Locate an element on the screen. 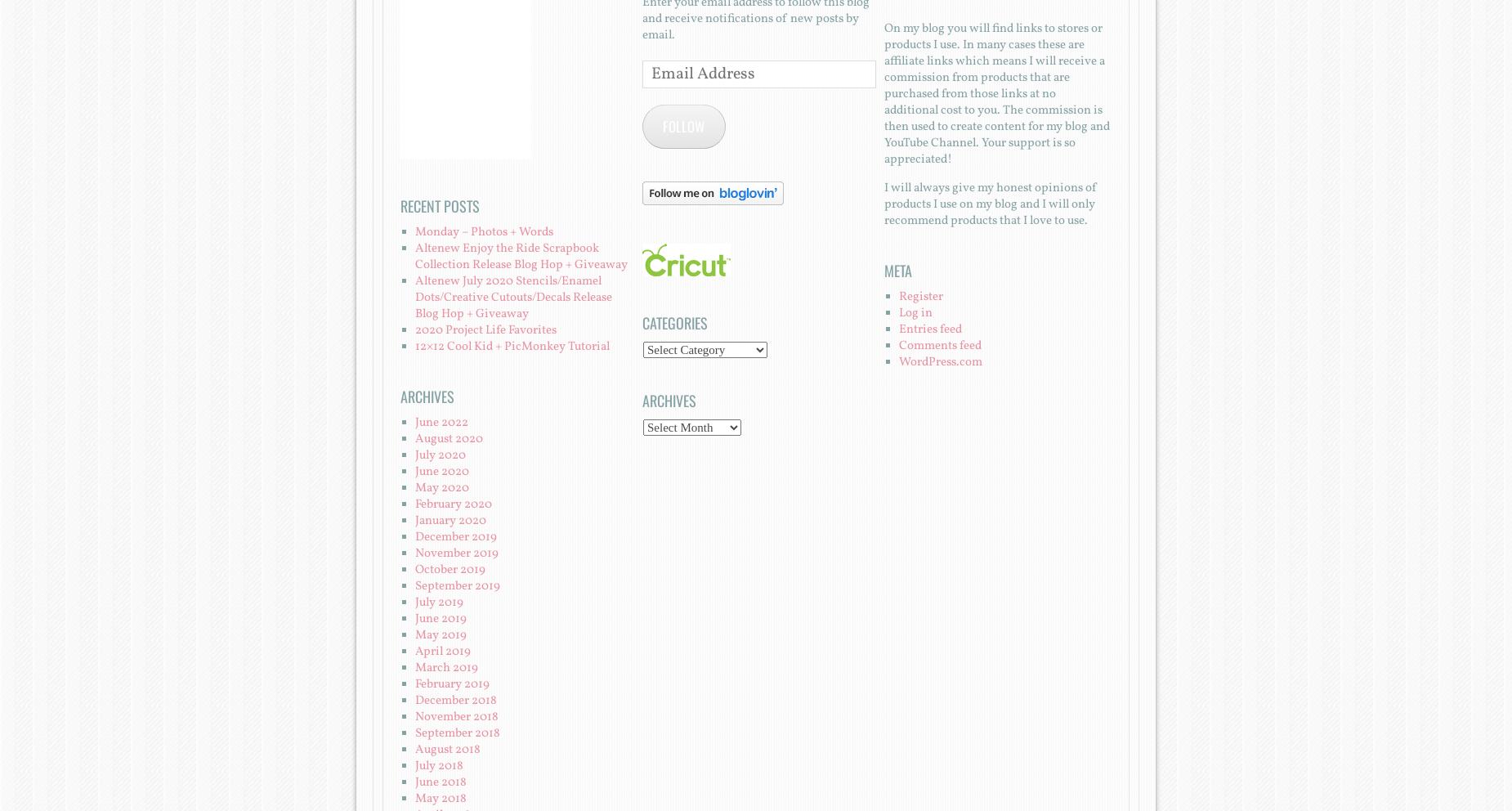 The height and width of the screenshot is (811, 1512). '2020 Project Life Favorites' is located at coordinates (485, 330).